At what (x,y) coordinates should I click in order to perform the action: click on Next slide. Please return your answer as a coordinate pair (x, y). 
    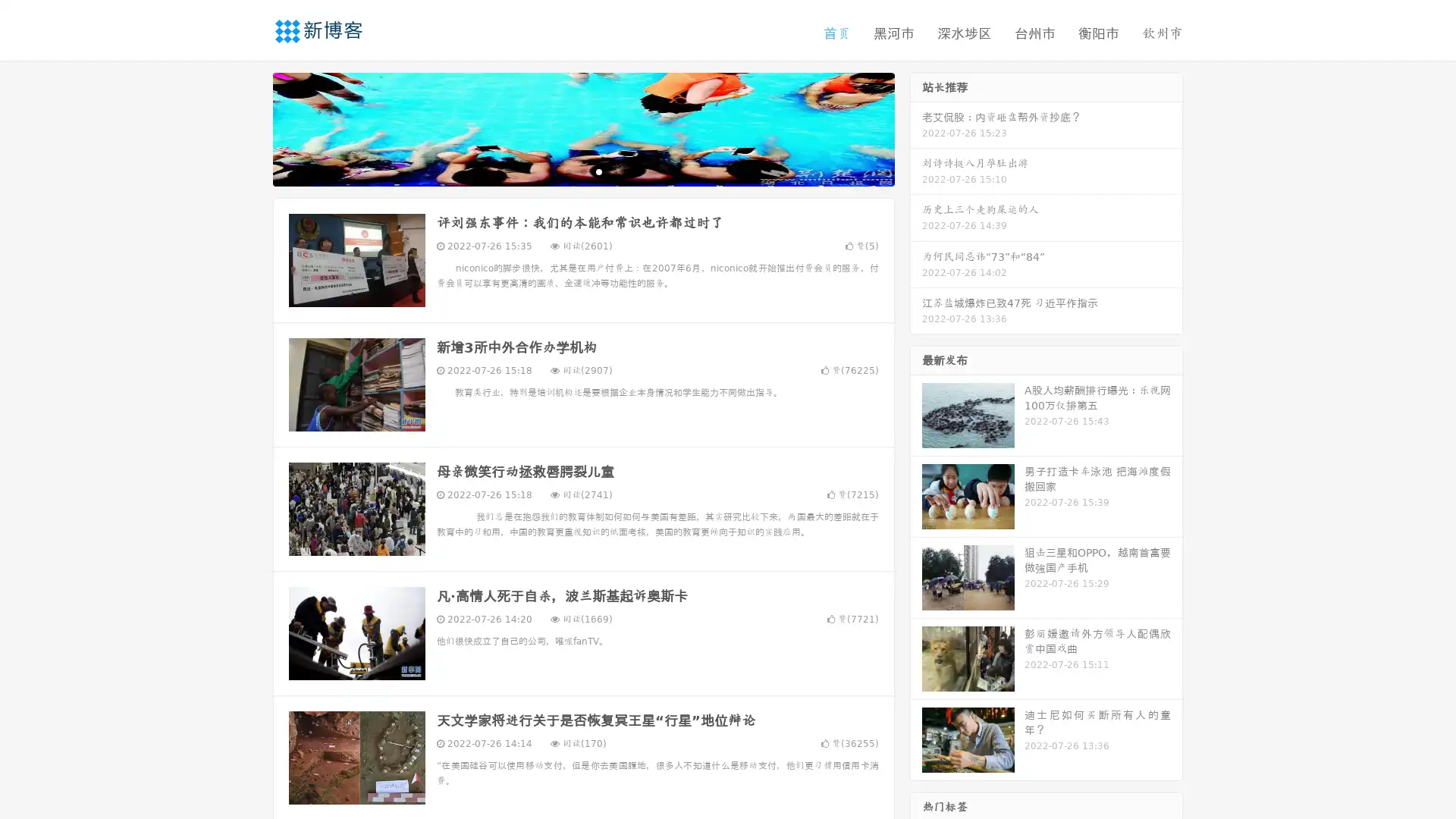
    Looking at the image, I should click on (916, 127).